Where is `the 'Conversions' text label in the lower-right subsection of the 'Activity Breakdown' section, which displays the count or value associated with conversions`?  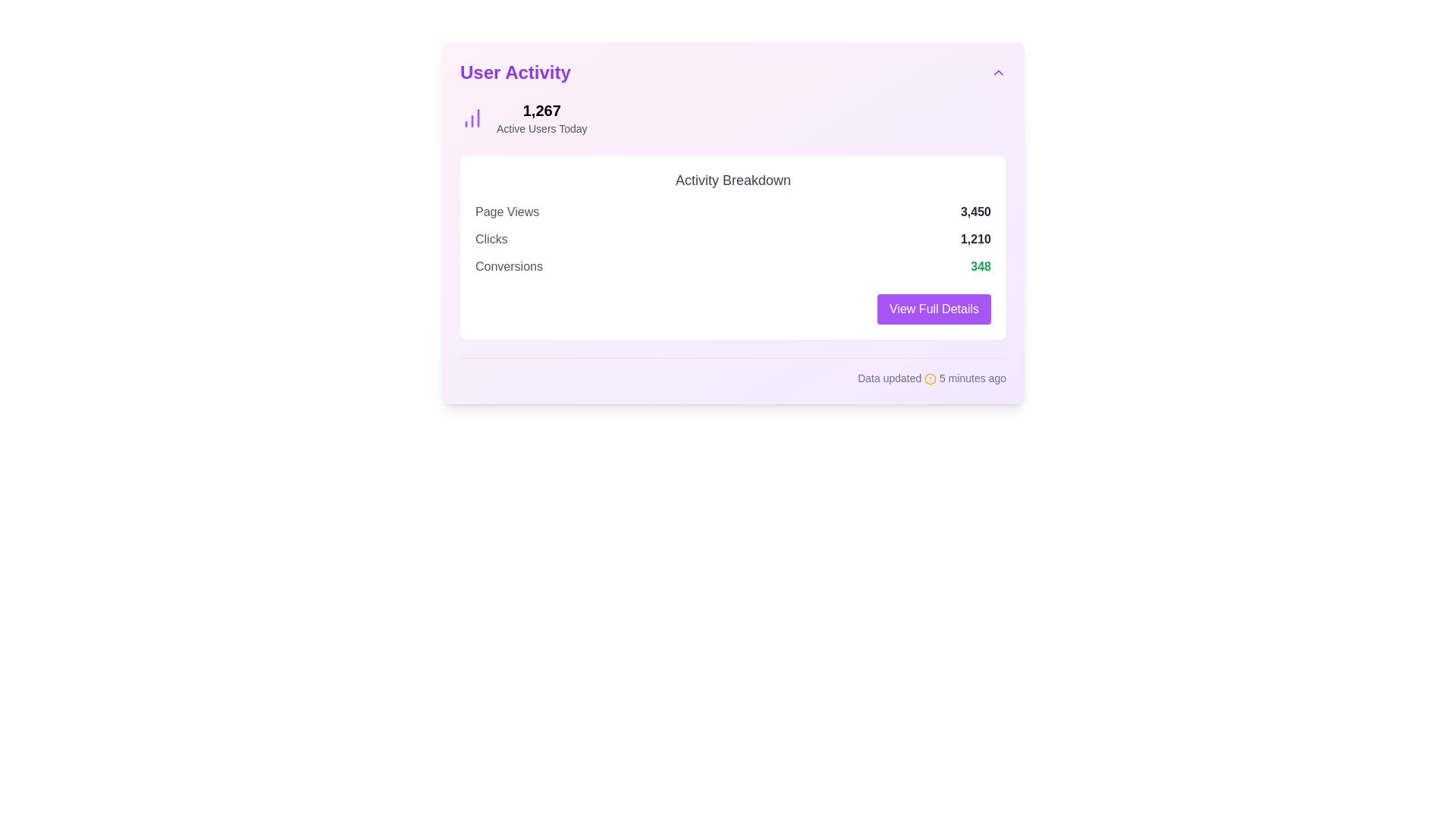 the 'Conversions' text label in the lower-right subsection of the 'Activity Breakdown' section, which displays the count or value associated with conversions is located at coordinates (981, 265).